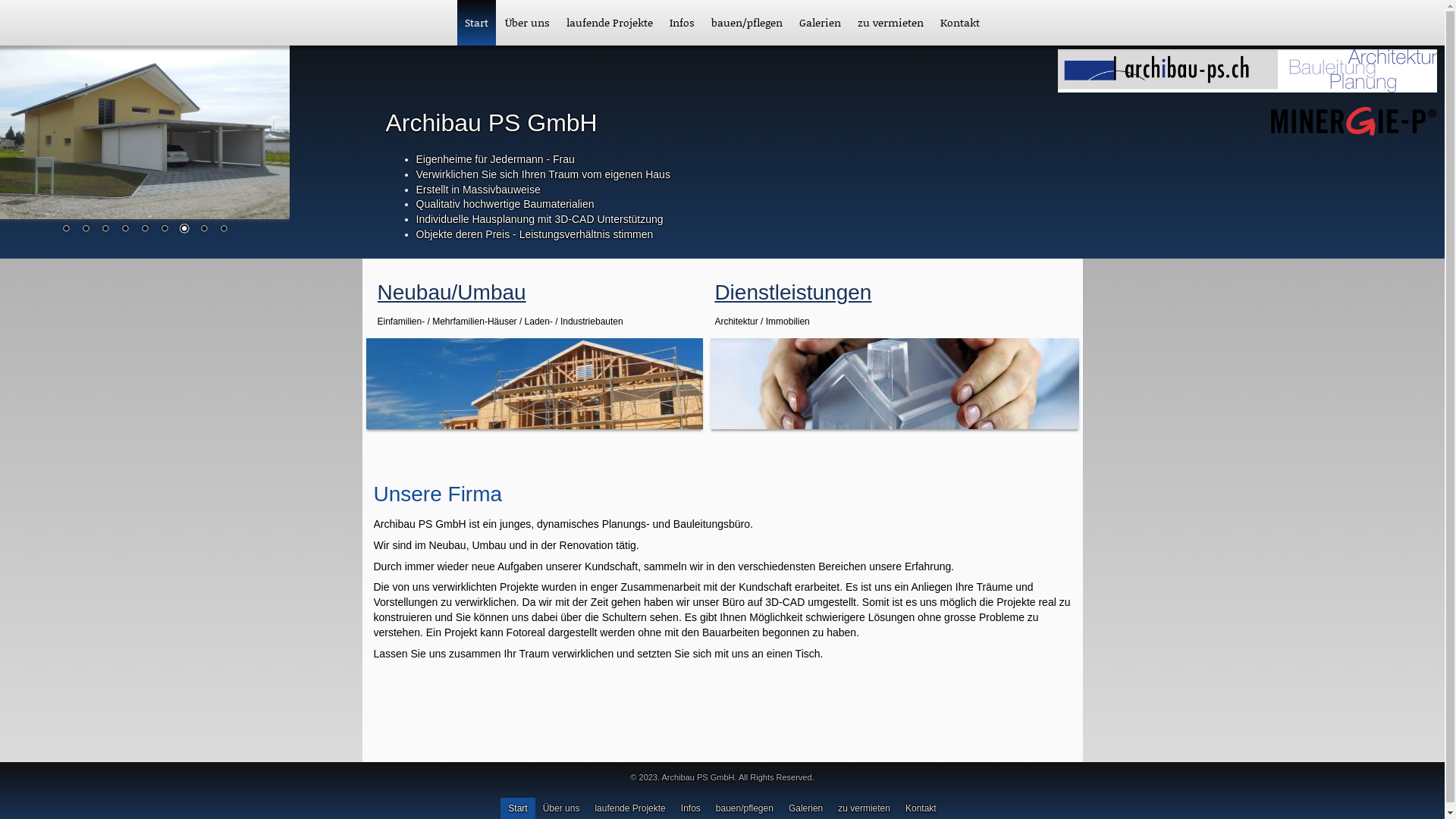 The height and width of the screenshot is (819, 1456). I want to click on 'Dienstleistungen', so click(792, 292).